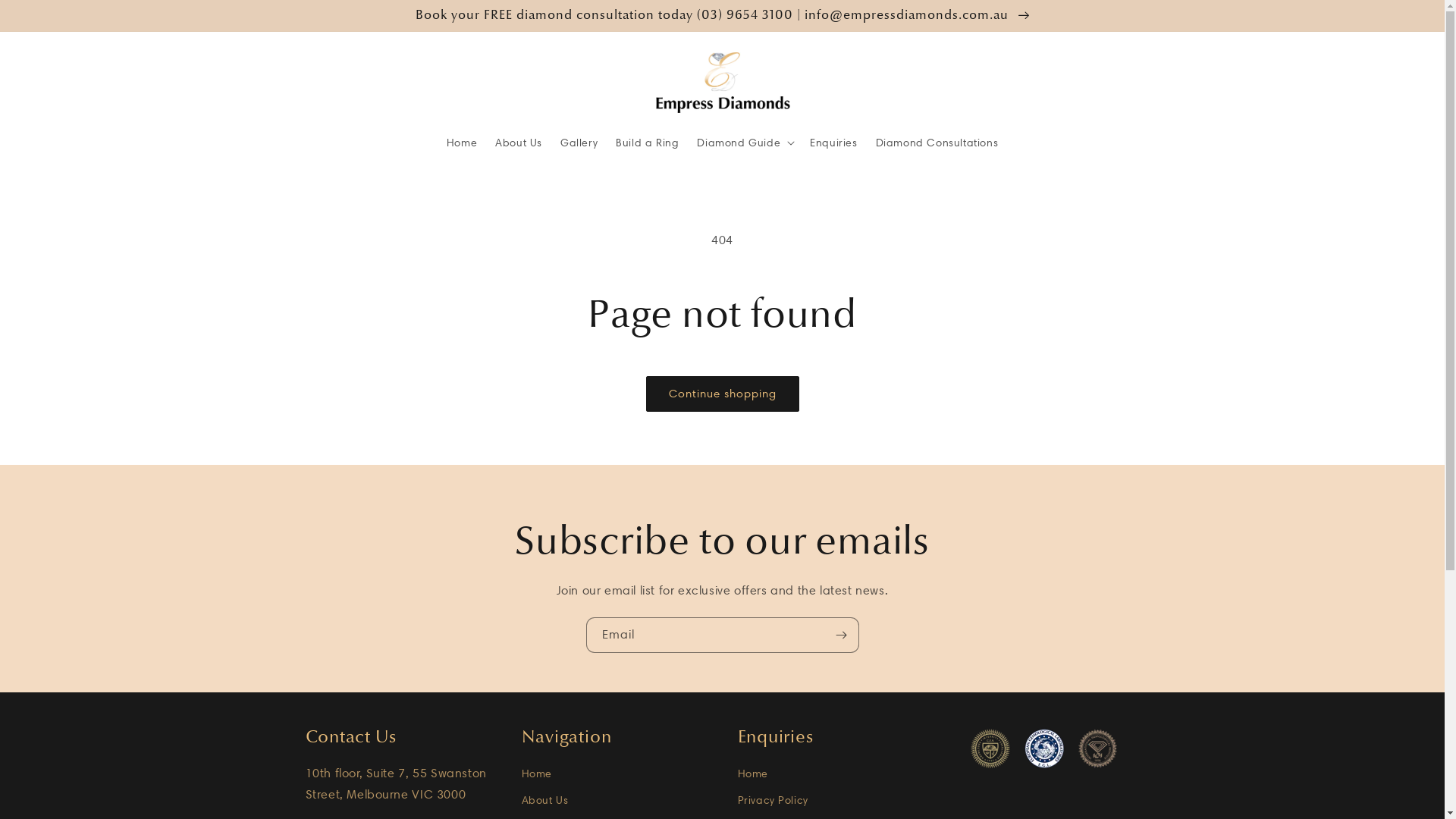  I want to click on 'Continue shopping', so click(722, 393).